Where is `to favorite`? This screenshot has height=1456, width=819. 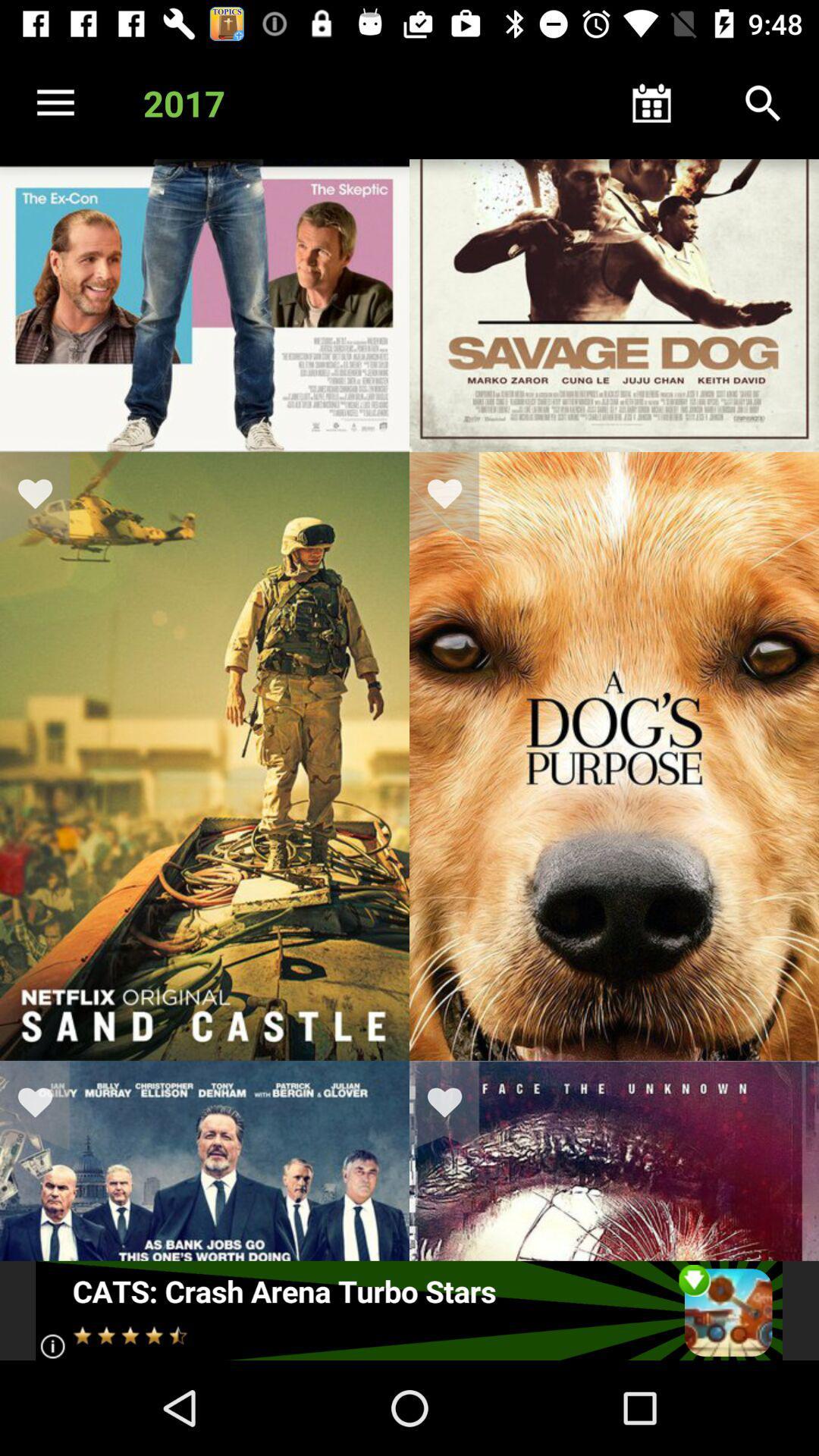 to favorite is located at coordinates (44, 497).